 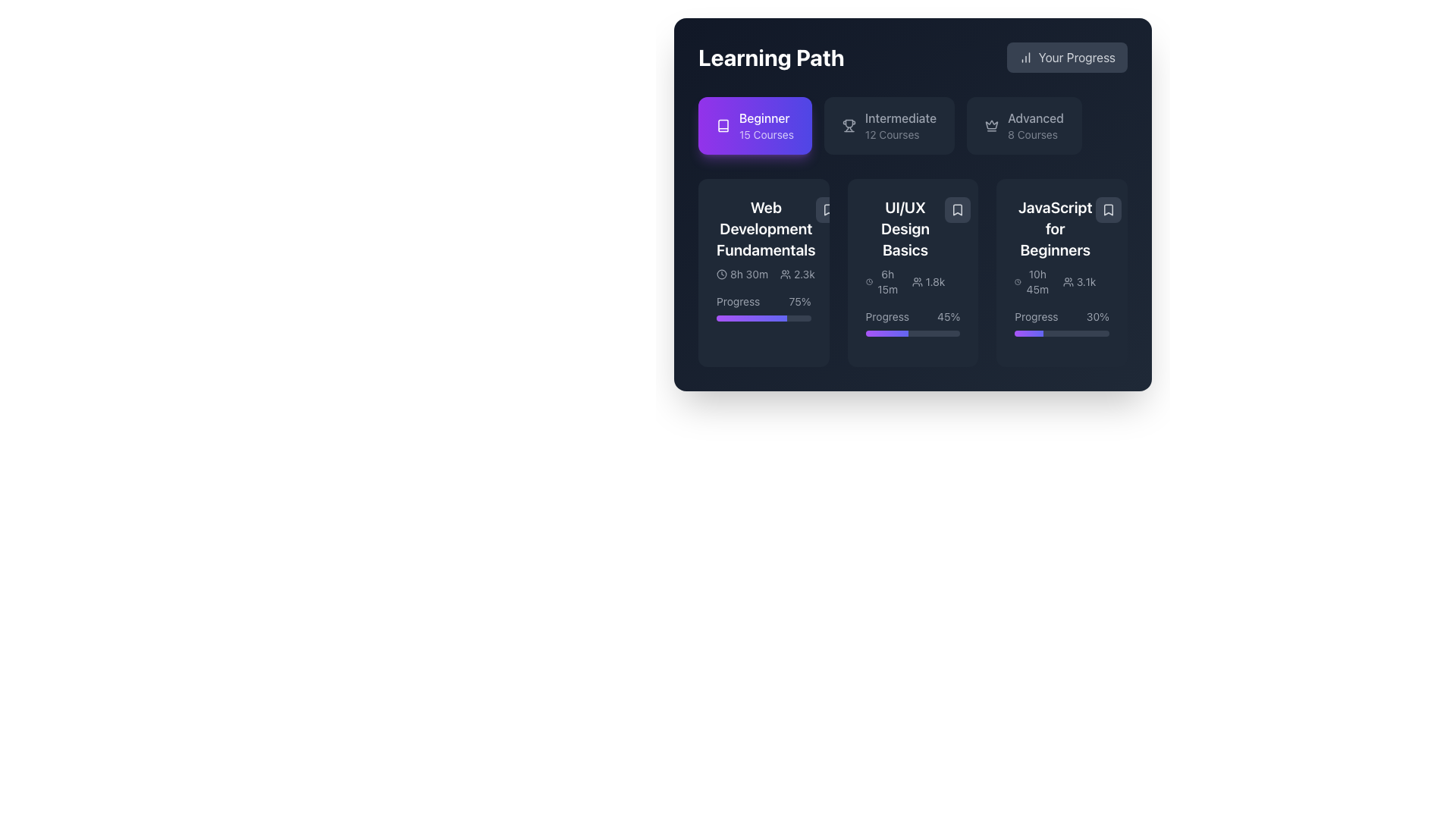 What do you see at coordinates (886, 332) in the screenshot?
I see `the progress bar segment that visually represents 45% completion for the UI/UX Design Basics course, located beneath the 'Progress: 45%' label` at bounding box center [886, 332].